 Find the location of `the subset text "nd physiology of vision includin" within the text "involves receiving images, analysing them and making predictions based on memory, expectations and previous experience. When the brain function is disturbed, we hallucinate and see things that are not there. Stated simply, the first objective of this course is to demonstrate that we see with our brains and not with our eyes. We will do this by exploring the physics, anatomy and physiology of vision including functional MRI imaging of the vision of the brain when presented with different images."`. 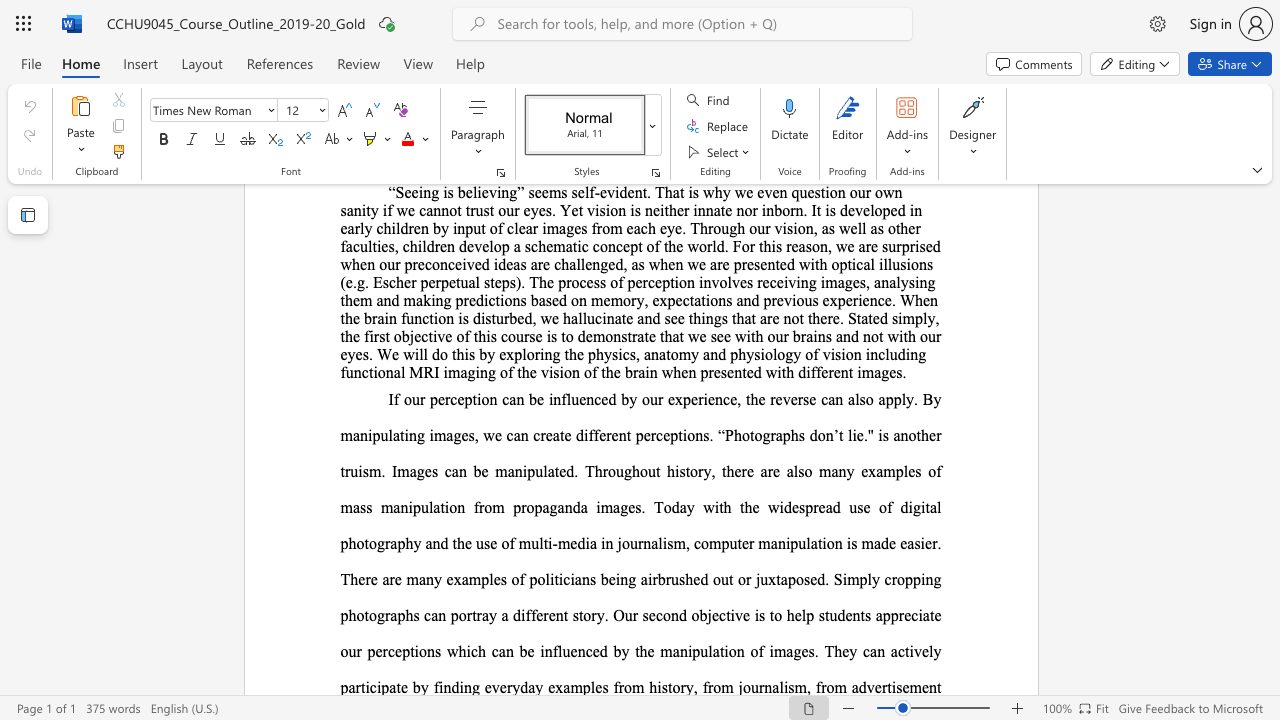

the subset text "nd physiology of vision includin" within the text "involves receiving images, analysing them and making predictions based on memory, expectations and previous experience. When the brain function is disturbed, we hallucinate and see things that are not there. Stated simply, the first objective of this course is to demonstrate that we see with our brains and not with our eyes. We will do this by exploring the physics, anatomy and physiology of vision including functional MRI imaging of the vision of the brain when presented with different images." is located at coordinates (710, 353).